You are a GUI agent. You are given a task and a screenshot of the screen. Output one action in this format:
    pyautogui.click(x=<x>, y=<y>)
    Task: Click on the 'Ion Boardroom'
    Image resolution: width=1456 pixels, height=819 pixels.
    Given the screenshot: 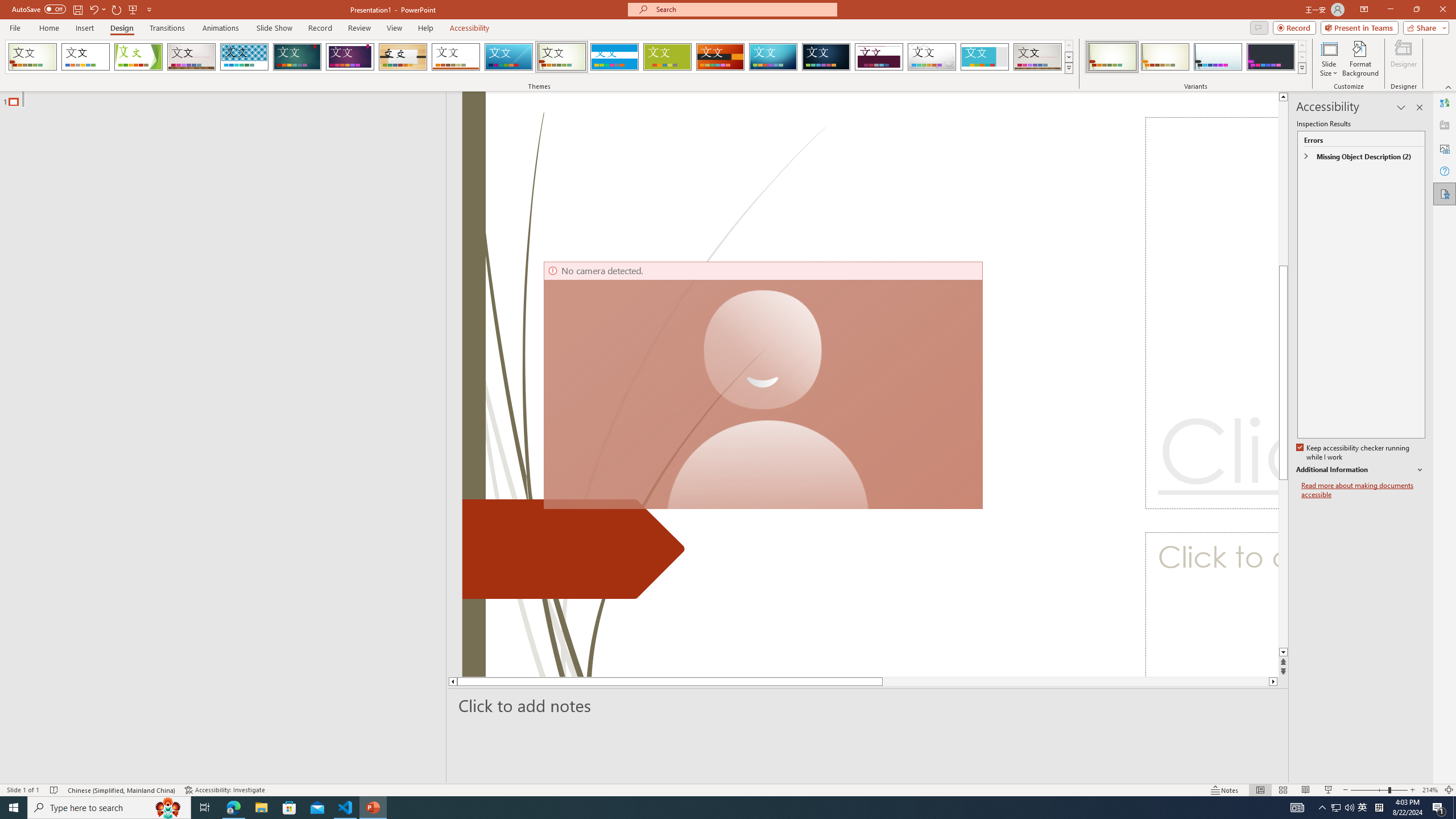 What is the action you would take?
    pyautogui.click(x=350, y=56)
    